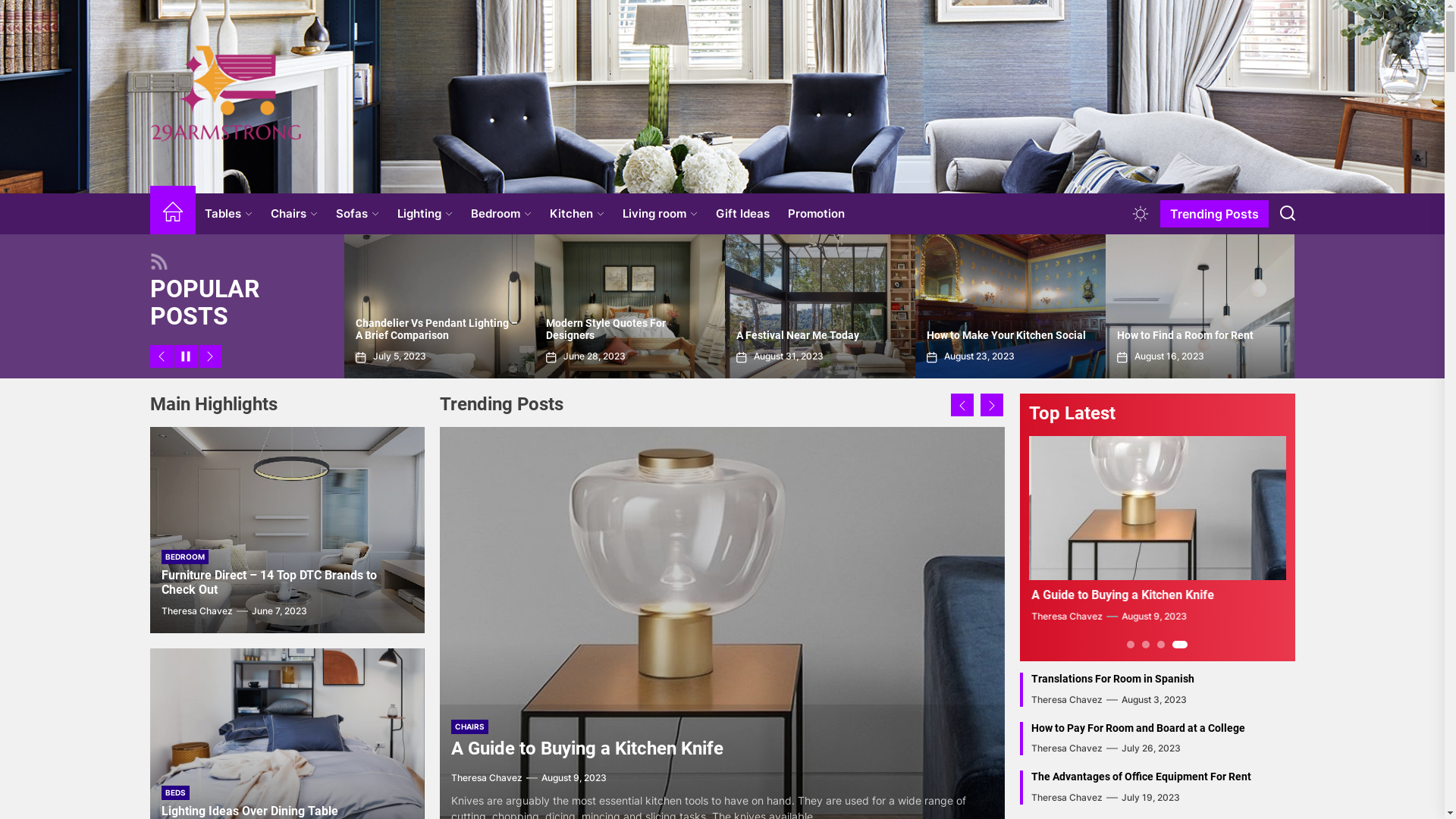 The image size is (1456, 819). What do you see at coordinates (1150, 747) in the screenshot?
I see `'July 26, 2023'` at bounding box center [1150, 747].